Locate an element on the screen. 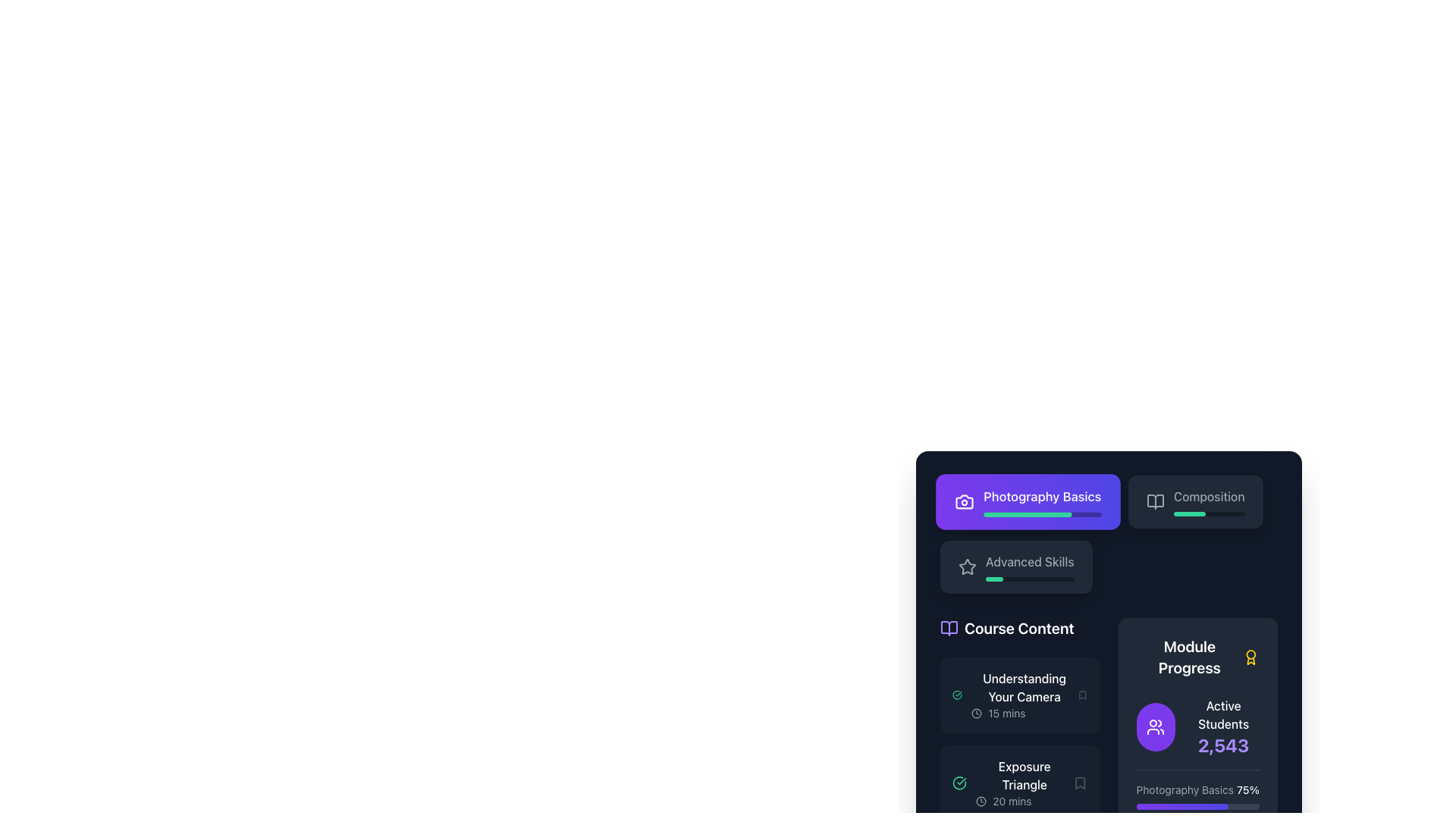  information displayed in the 'Photography Basics' completion percentage block, which shows '75%' is located at coordinates (1197, 789).